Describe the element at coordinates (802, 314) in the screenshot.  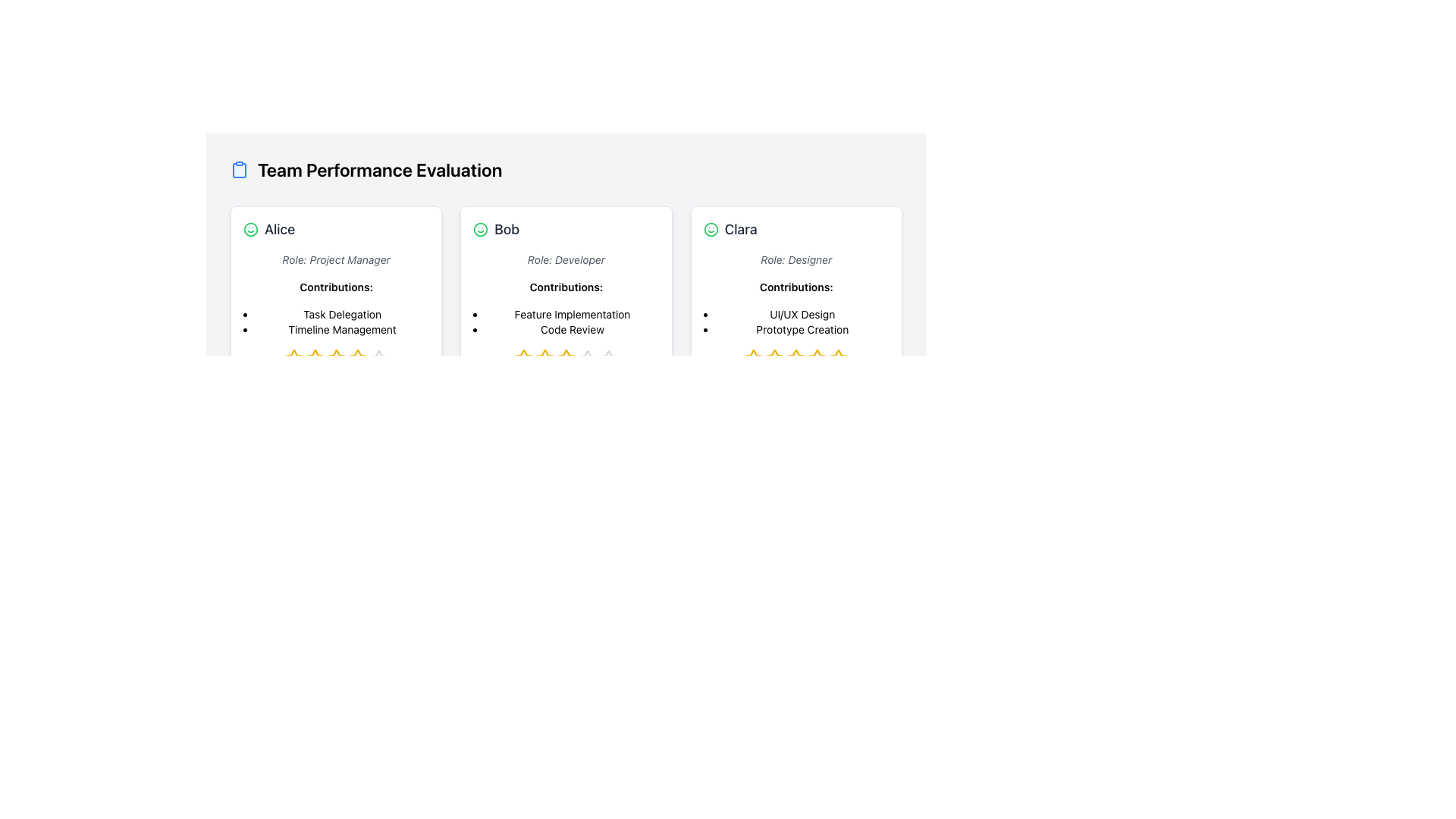
I see `the text element displaying 'UI/UX Design', which is the first list item in the contributions section of the third card labeled 'Clara'` at that location.